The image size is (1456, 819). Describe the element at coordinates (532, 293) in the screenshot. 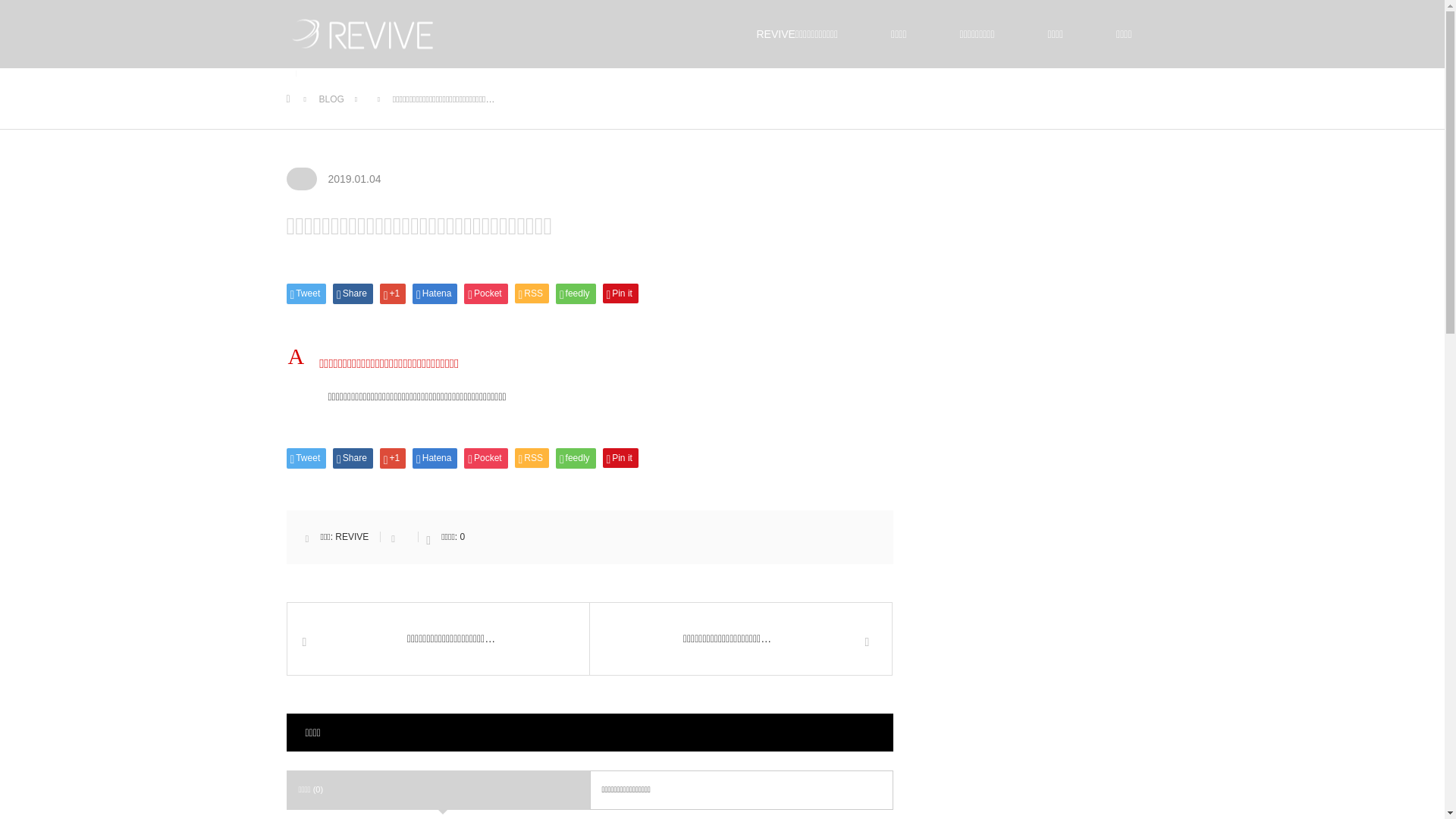

I see `'RSS'` at that location.